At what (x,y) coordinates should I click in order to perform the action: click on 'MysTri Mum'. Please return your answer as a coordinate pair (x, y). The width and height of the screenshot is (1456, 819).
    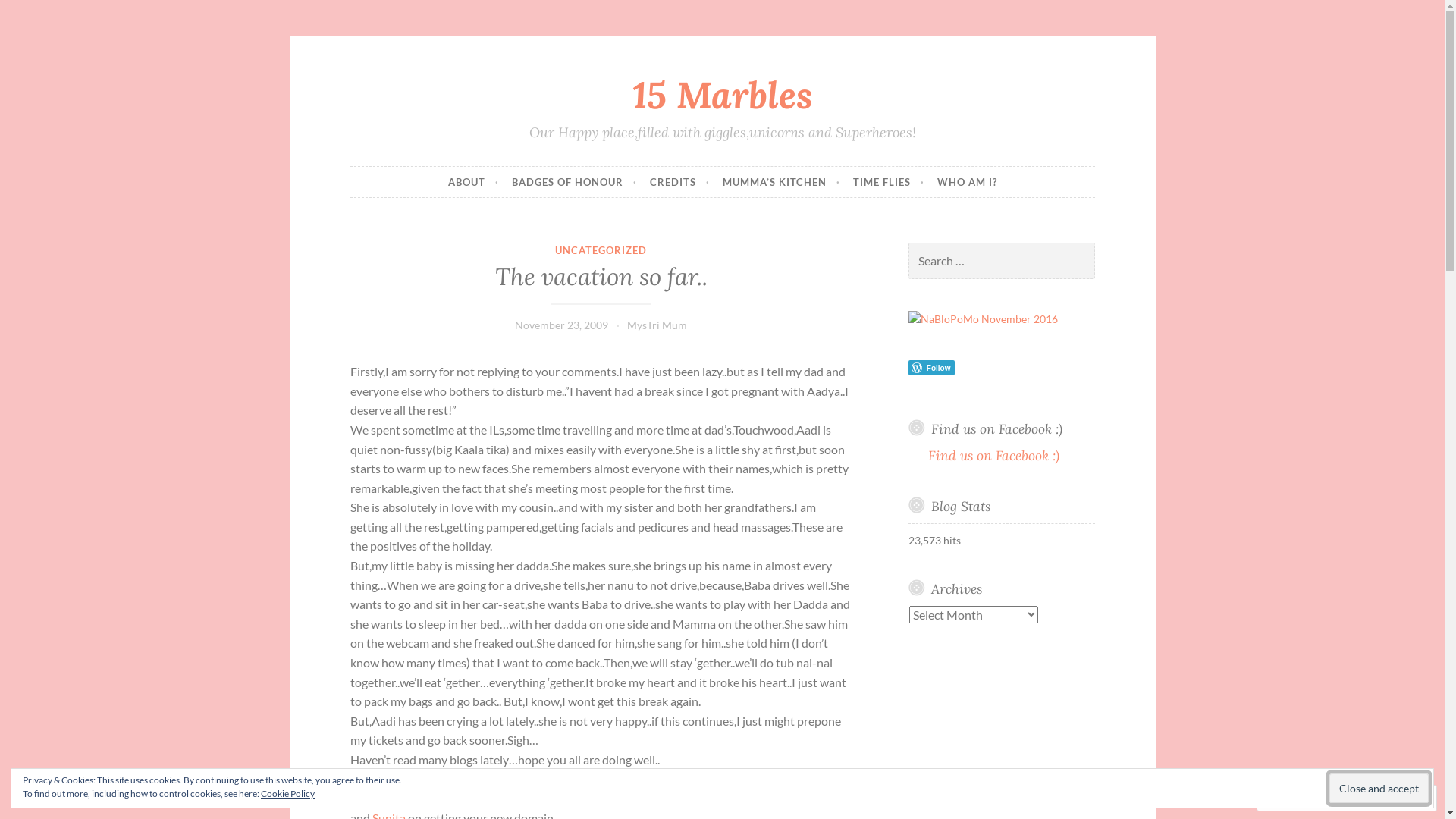
    Looking at the image, I should click on (626, 324).